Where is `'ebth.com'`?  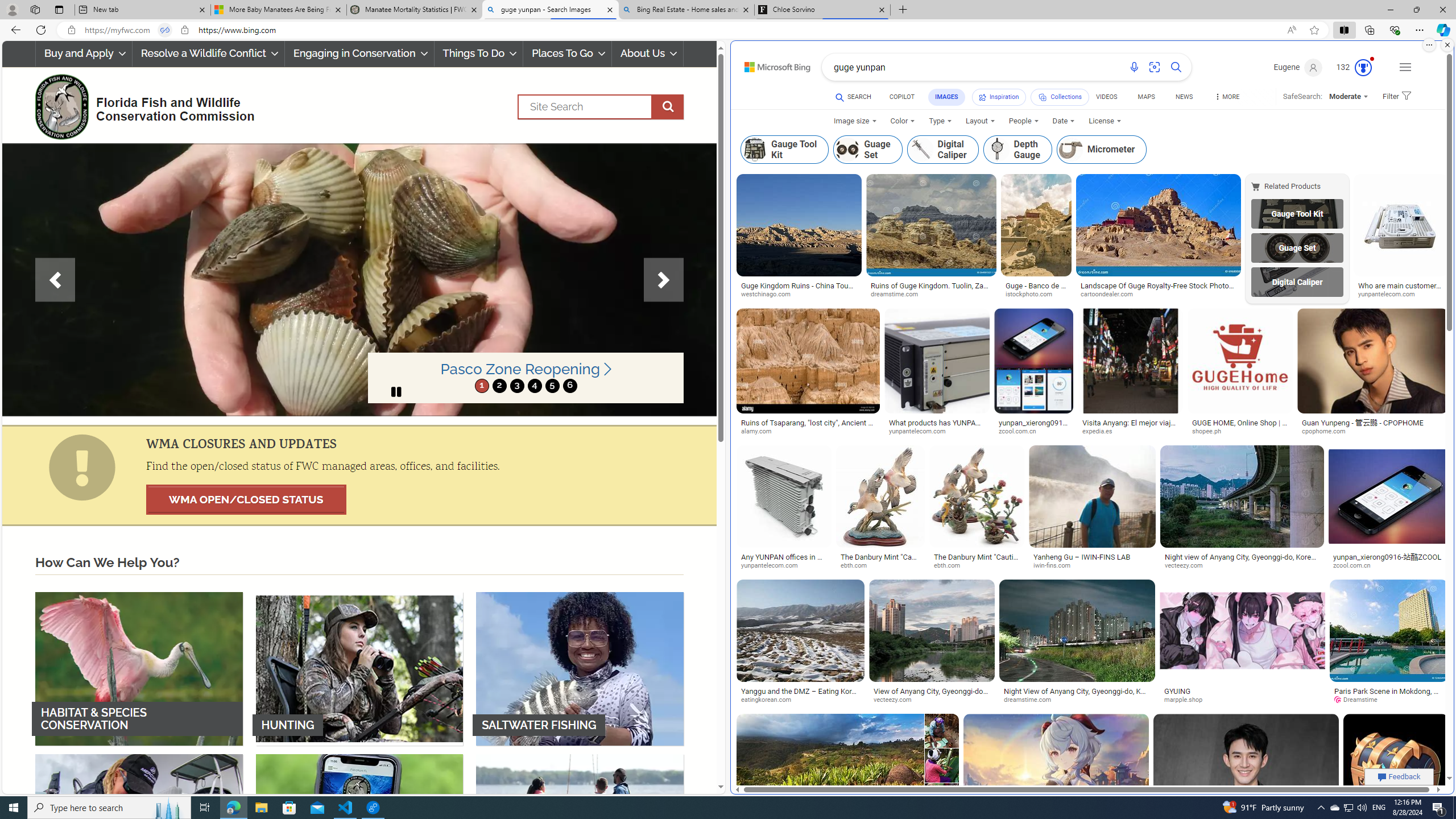 'ebth.com' is located at coordinates (976, 566).